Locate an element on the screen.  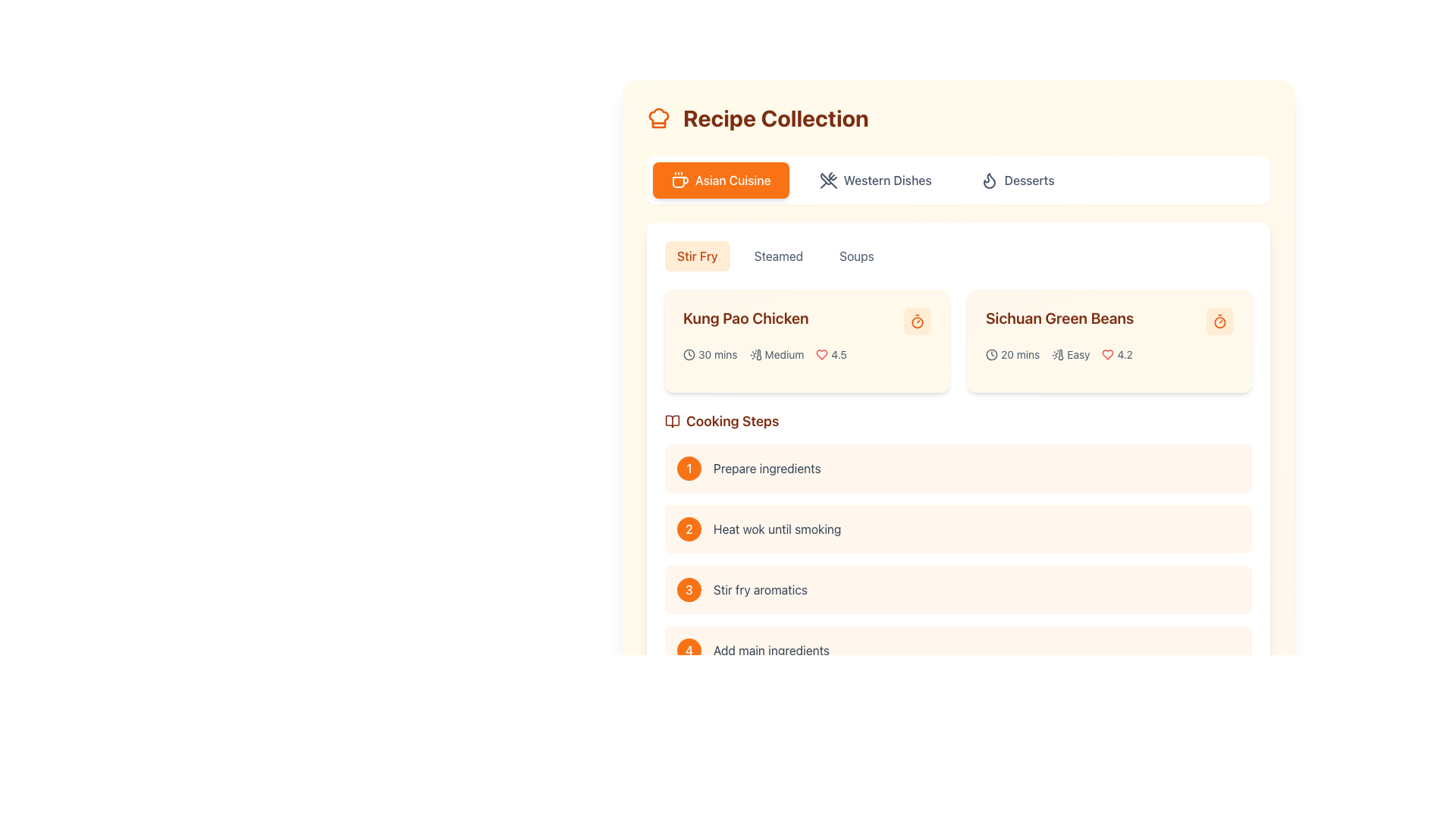
the data displayed in the informational row containing '20 mins', 'Easy', and '4.2' located under the title of the 'Sichuan Green Beans' recipe is located at coordinates (1109, 354).